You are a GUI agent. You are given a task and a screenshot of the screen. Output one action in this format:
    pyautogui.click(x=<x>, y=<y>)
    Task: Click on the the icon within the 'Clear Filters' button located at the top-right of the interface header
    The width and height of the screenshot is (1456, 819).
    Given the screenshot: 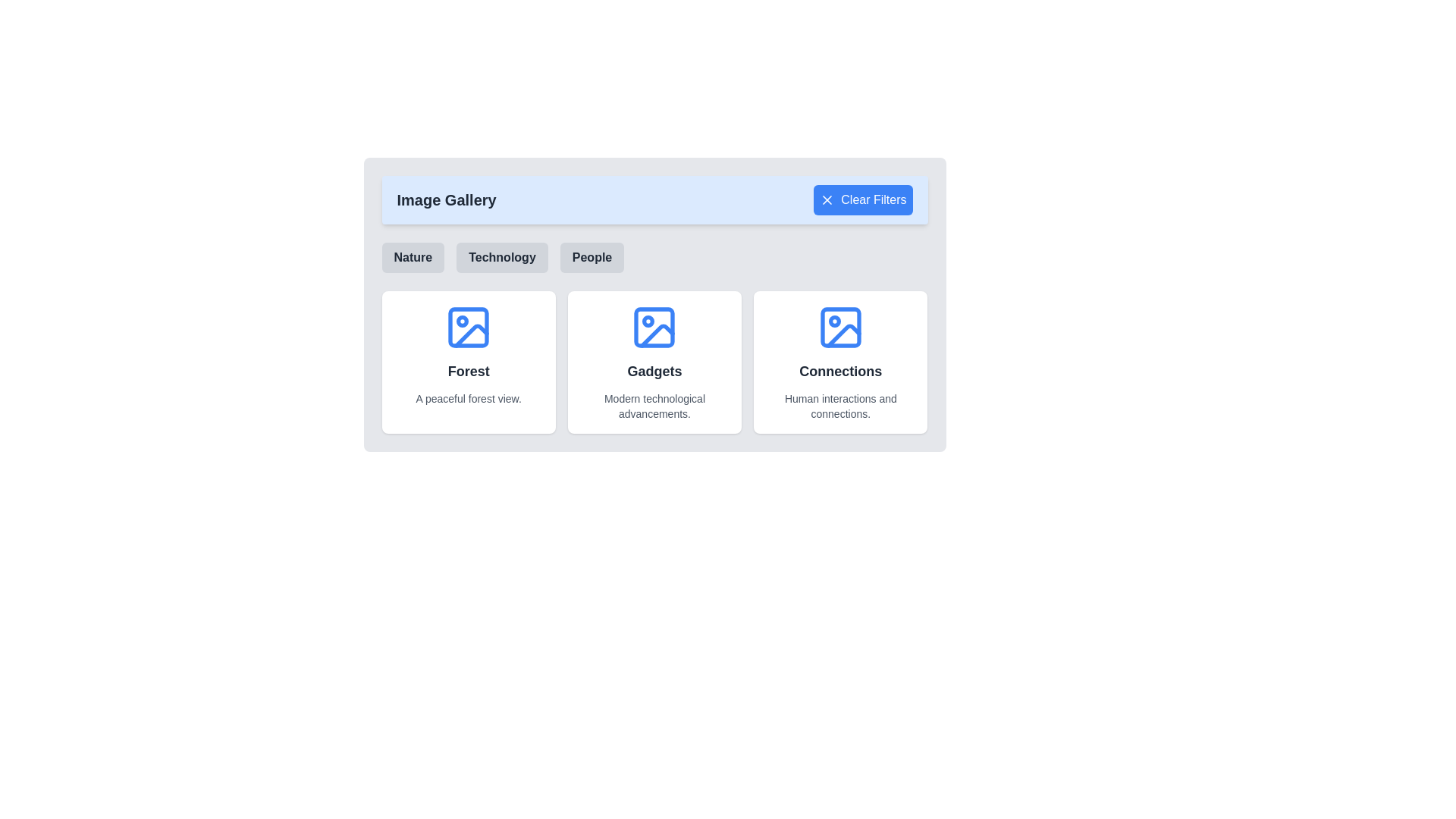 What is the action you would take?
    pyautogui.click(x=826, y=199)
    